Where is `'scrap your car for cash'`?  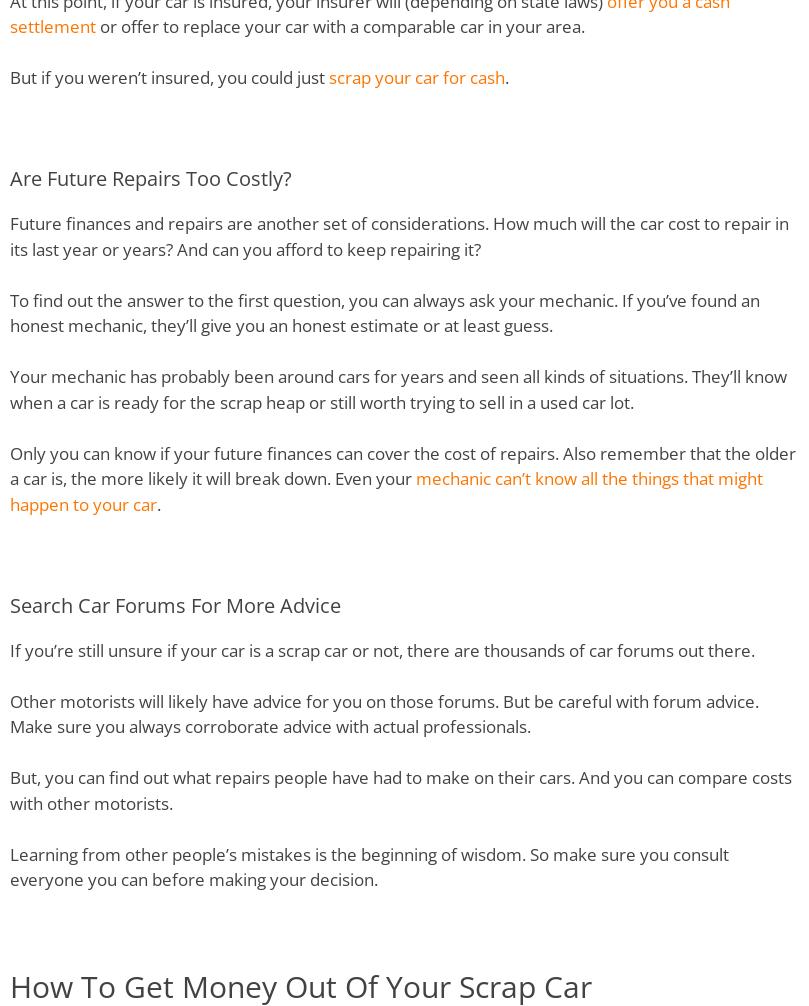 'scrap your car for cash' is located at coordinates (416, 77).